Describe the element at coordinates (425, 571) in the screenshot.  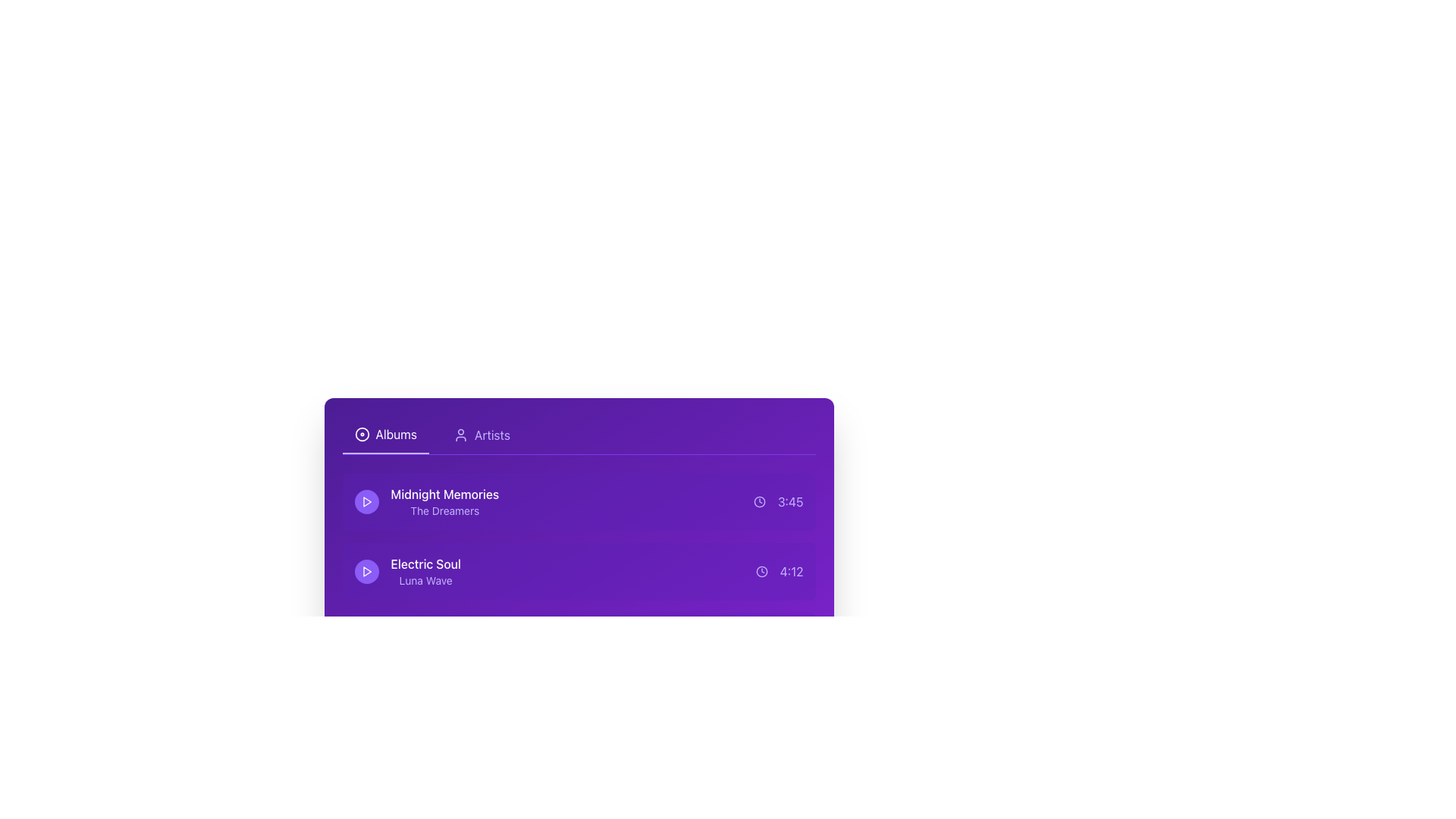
I see `the text display component that shows the title and subtitle of a music track, located to the right of the play button` at that location.